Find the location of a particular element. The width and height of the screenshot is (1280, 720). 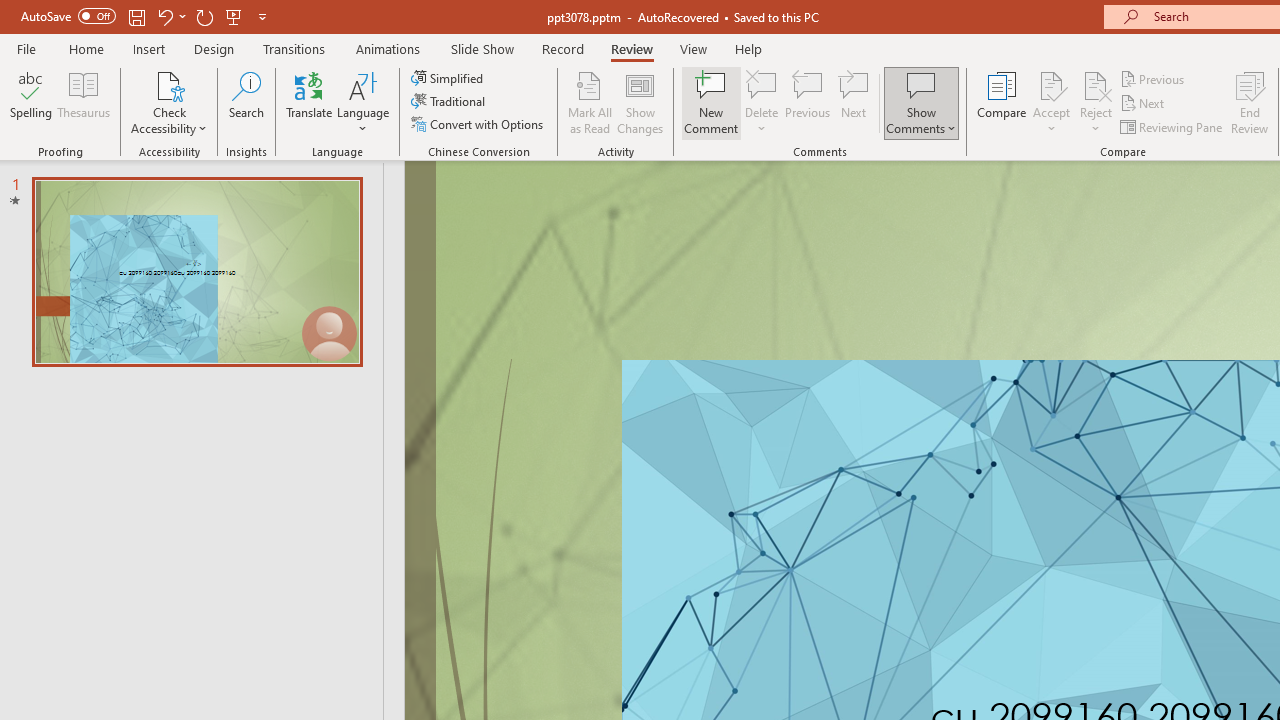

'Mark All as Read' is located at coordinates (589, 103).